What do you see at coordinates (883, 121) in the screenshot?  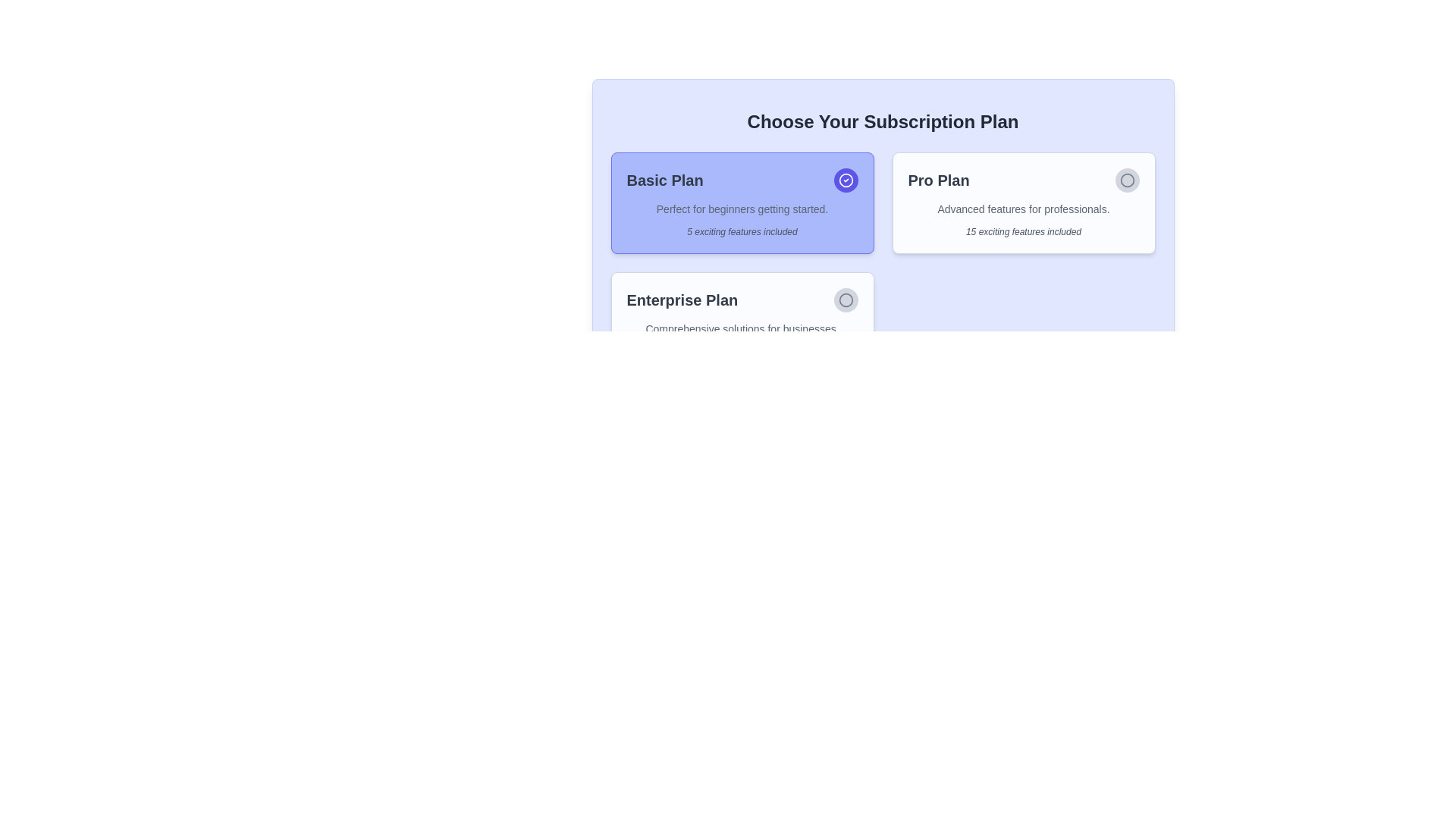 I see `the header element displaying 'Choose Your Subscription Plan', which is prominently positioned at the top-center of the interface` at bounding box center [883, 121].